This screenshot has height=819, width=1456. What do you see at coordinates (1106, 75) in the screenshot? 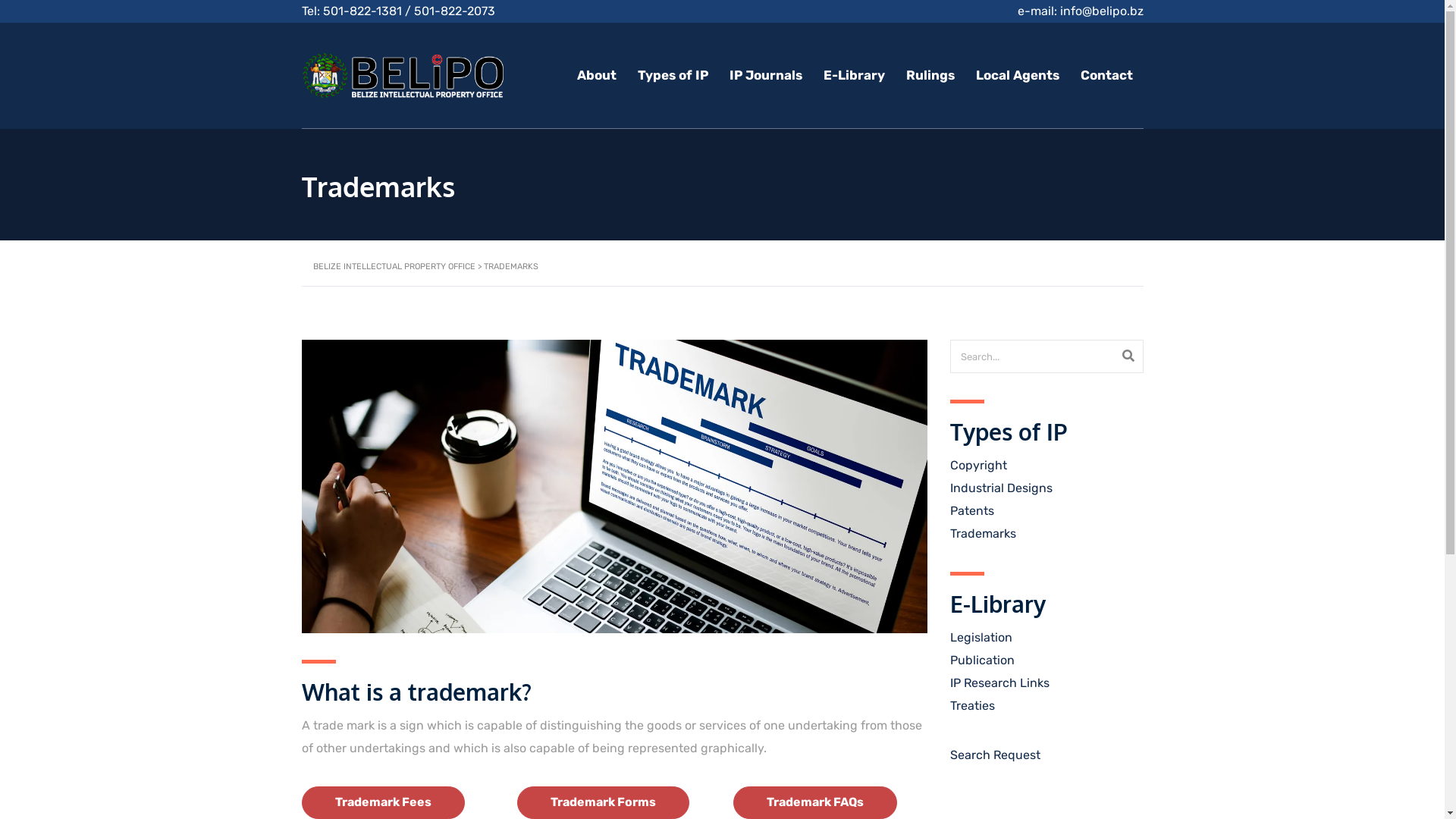
I see `'Contact'` at bounding box center [1106, 75].